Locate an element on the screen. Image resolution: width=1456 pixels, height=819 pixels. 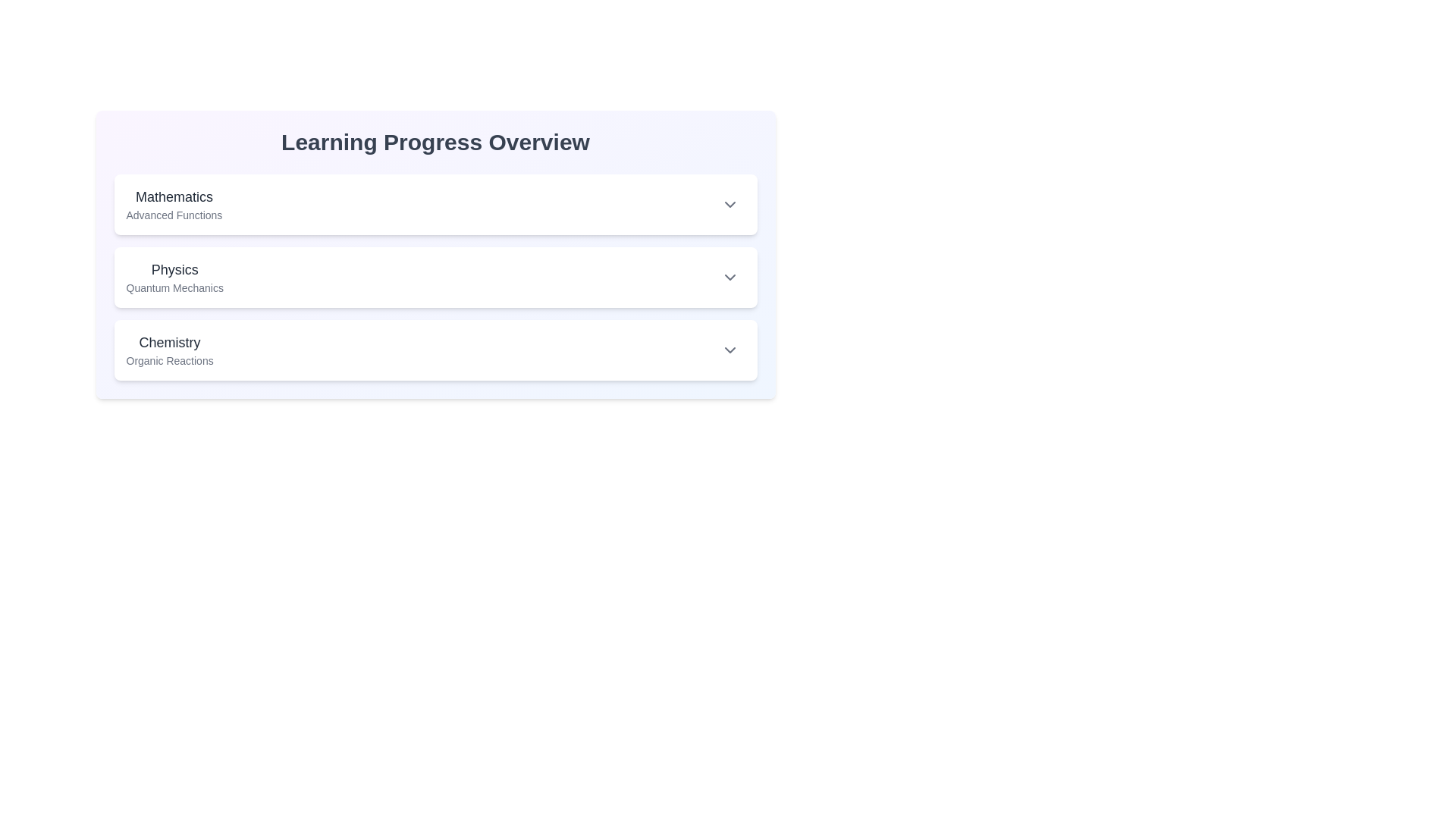
the Chevron Down icon is located at coordinates (730, 350).